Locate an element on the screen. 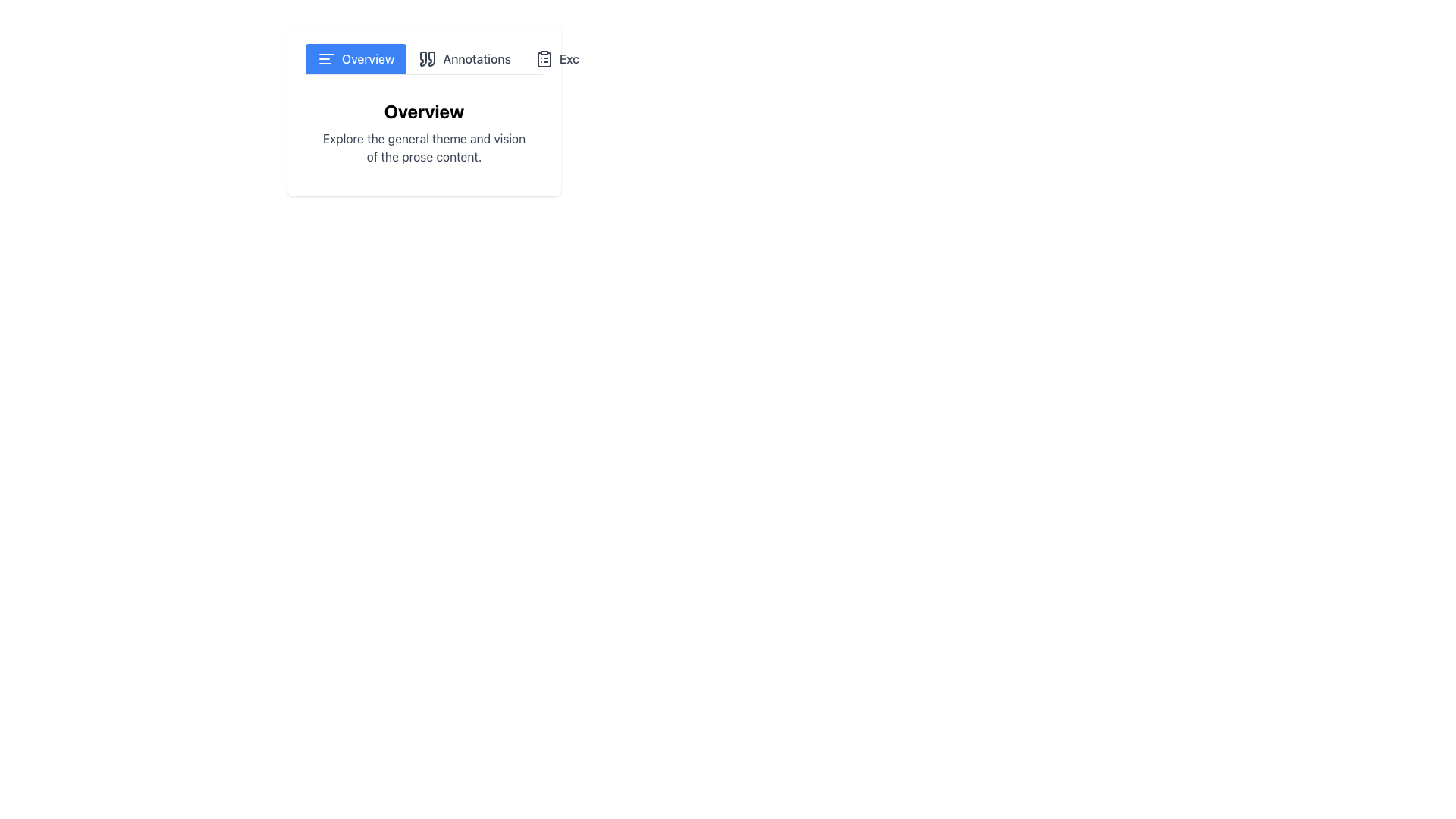 The image size is (1456, 819). the icon shaped like double quotation marks, located in the header menu bar to the left of the 'Annotations' text is located at coordinates (427, 58).